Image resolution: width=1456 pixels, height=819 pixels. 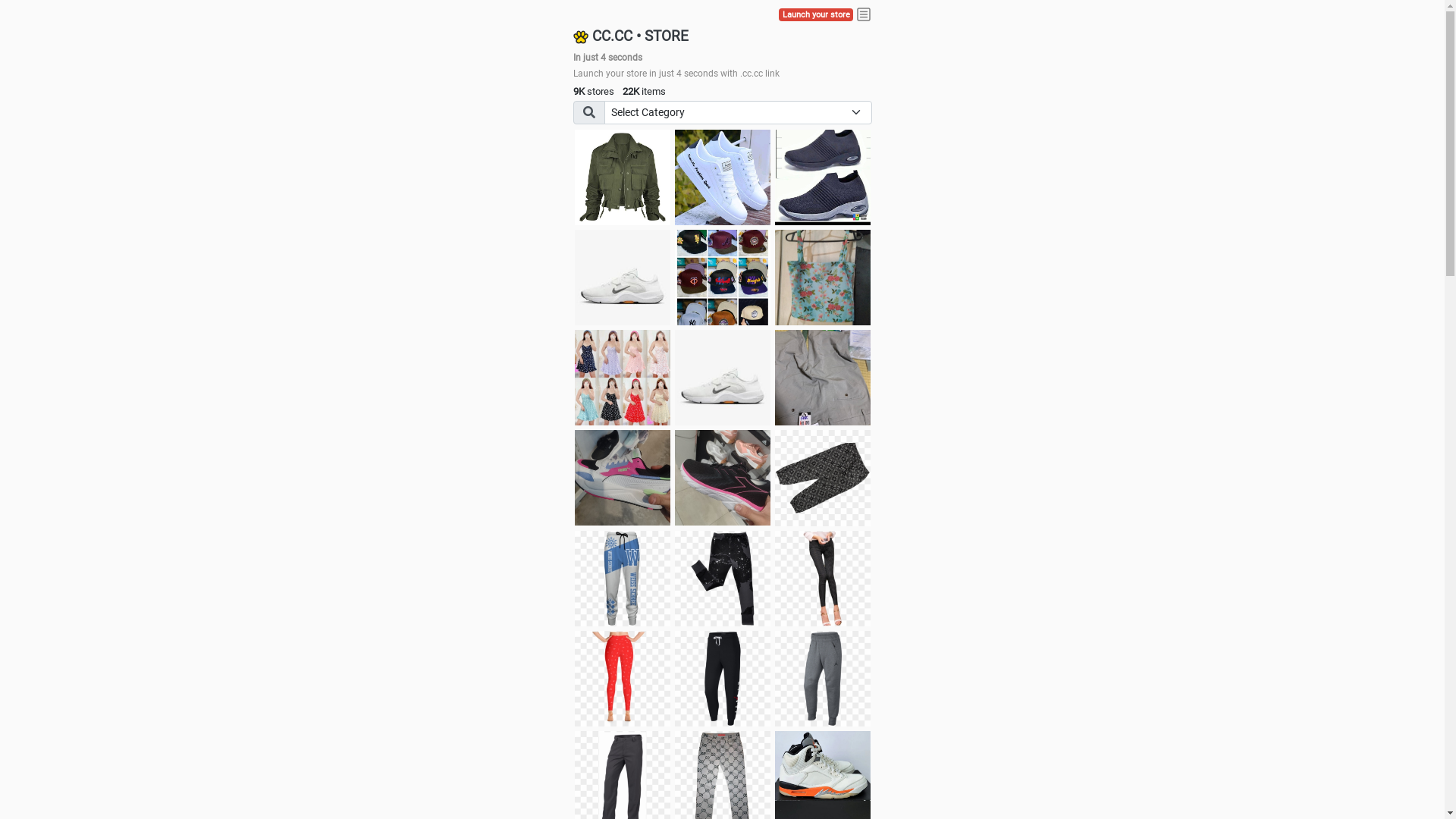 I want to click on 'Shoes', so click(x=722, y=376).